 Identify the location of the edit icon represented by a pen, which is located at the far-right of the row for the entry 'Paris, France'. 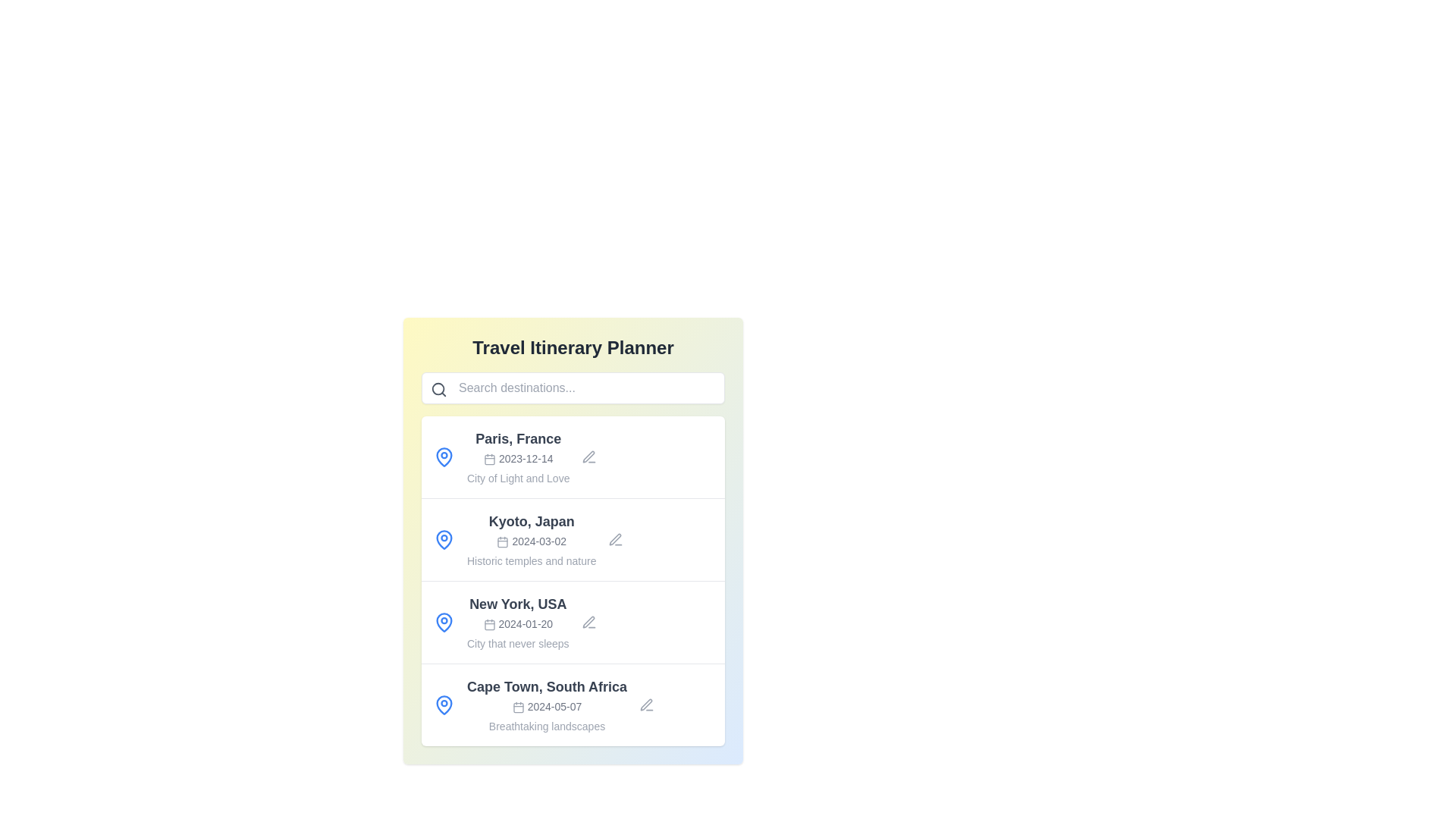
(615, 538).